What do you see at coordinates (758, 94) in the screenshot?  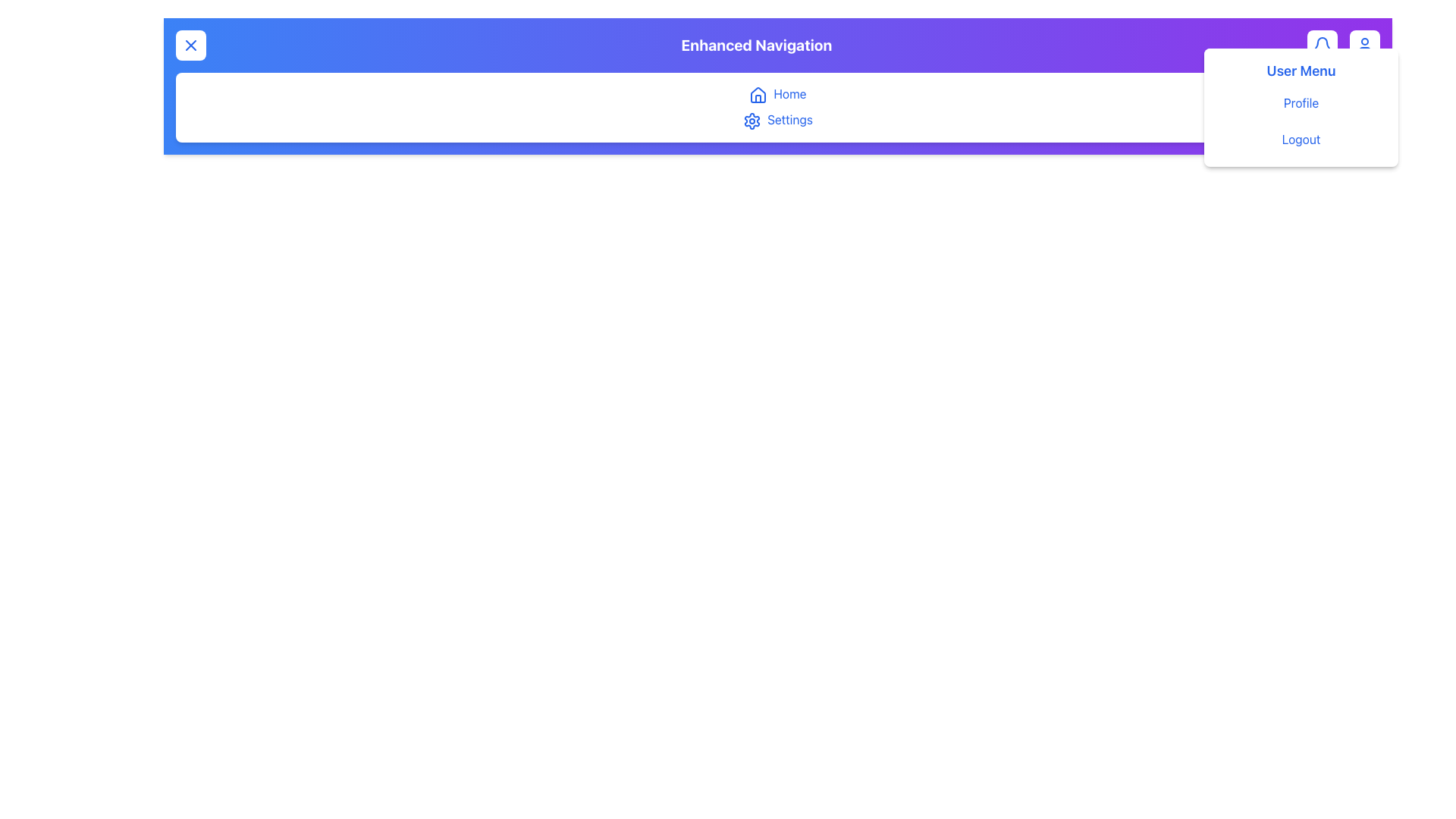 I see `the homepage icon located on the top navigation bar, which is aligned to the left of the 'Home' text` at bounding box center [758, 94].